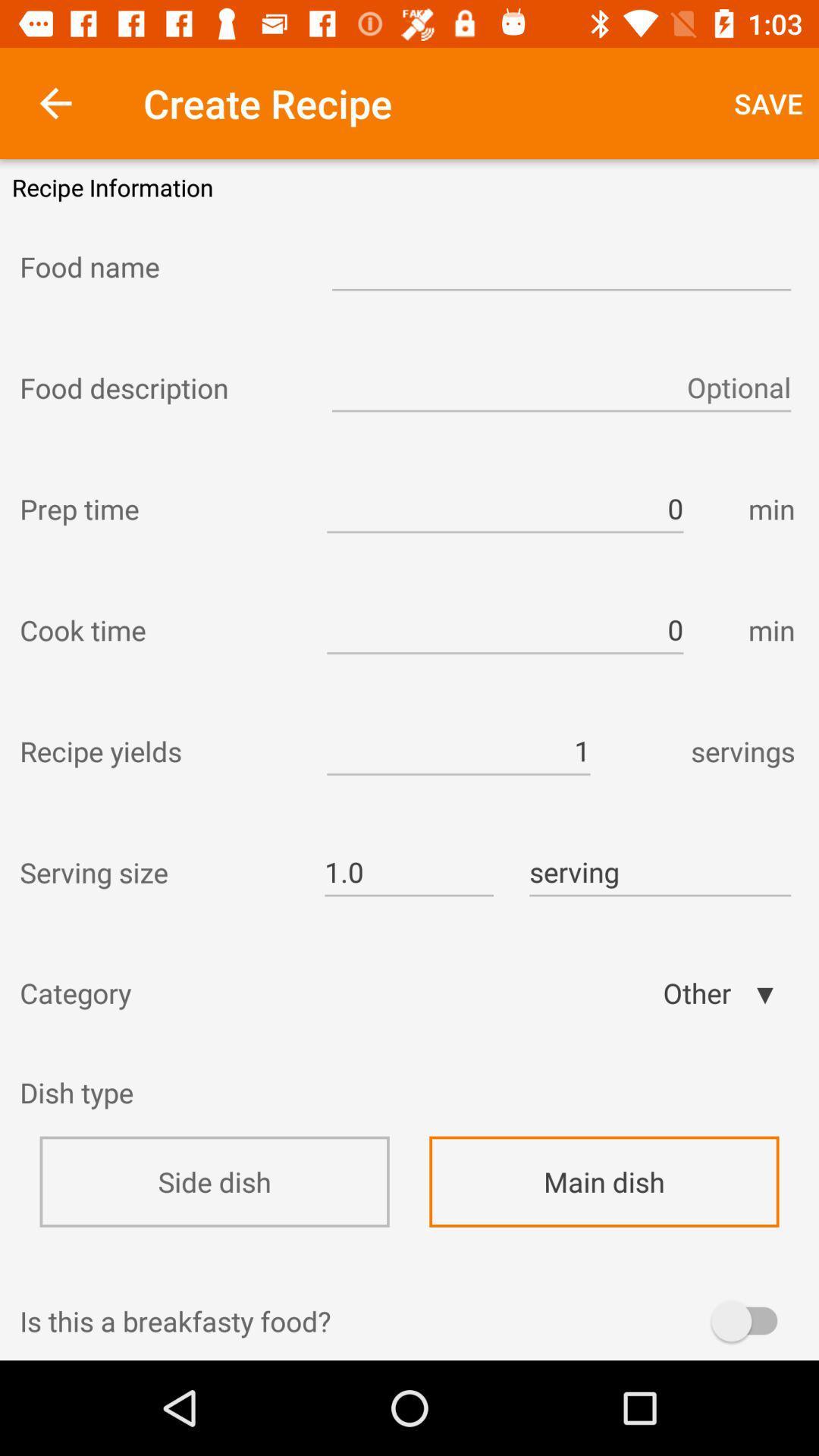  Describe the element at coordinates (215, 1181) in the screenshot. I see `the app to the left of main dish app` at that location.